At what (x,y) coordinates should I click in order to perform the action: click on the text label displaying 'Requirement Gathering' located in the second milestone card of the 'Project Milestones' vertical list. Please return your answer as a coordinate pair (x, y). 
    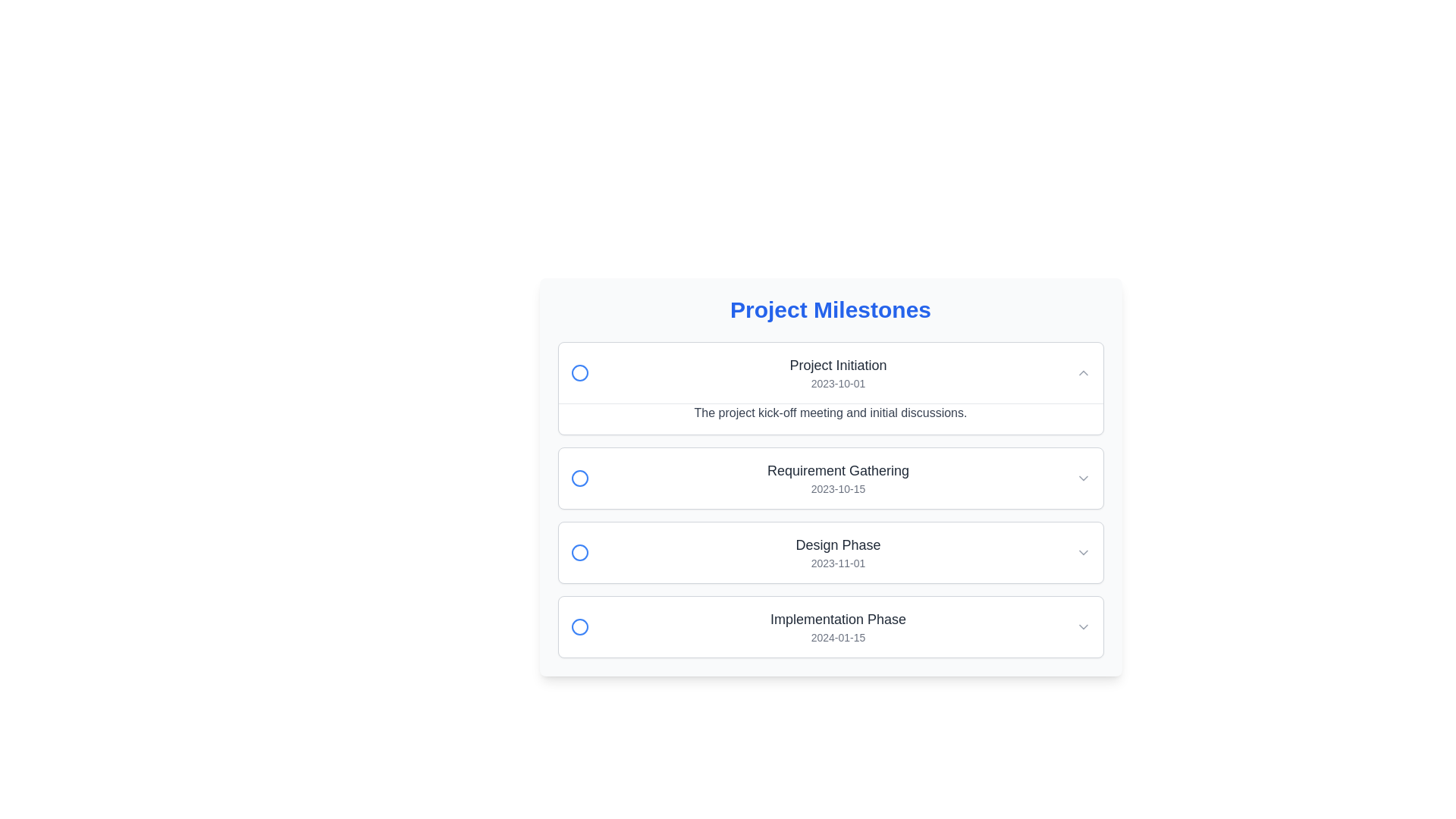
    Looking at the image, I should click on (837, 470).